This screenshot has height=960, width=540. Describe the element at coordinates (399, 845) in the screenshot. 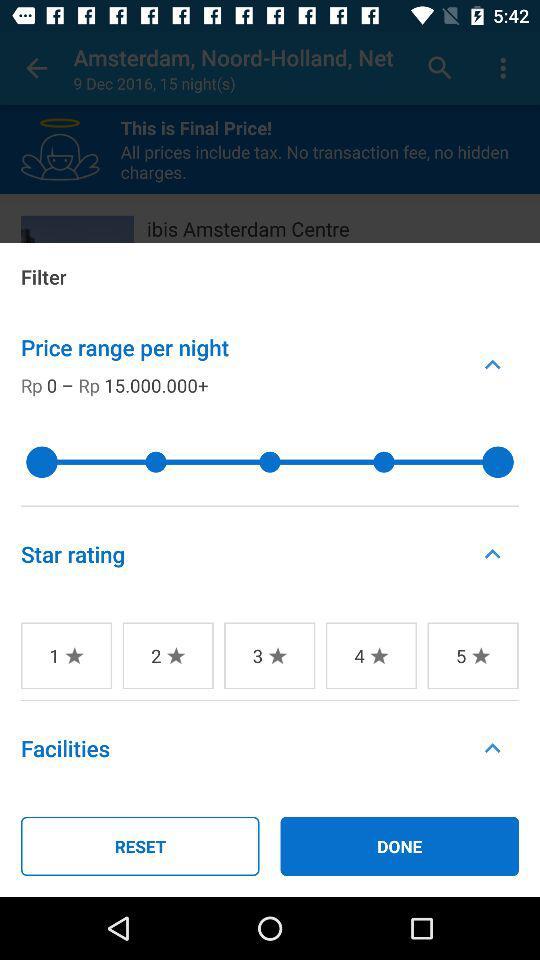

I see `done icon` at that location.